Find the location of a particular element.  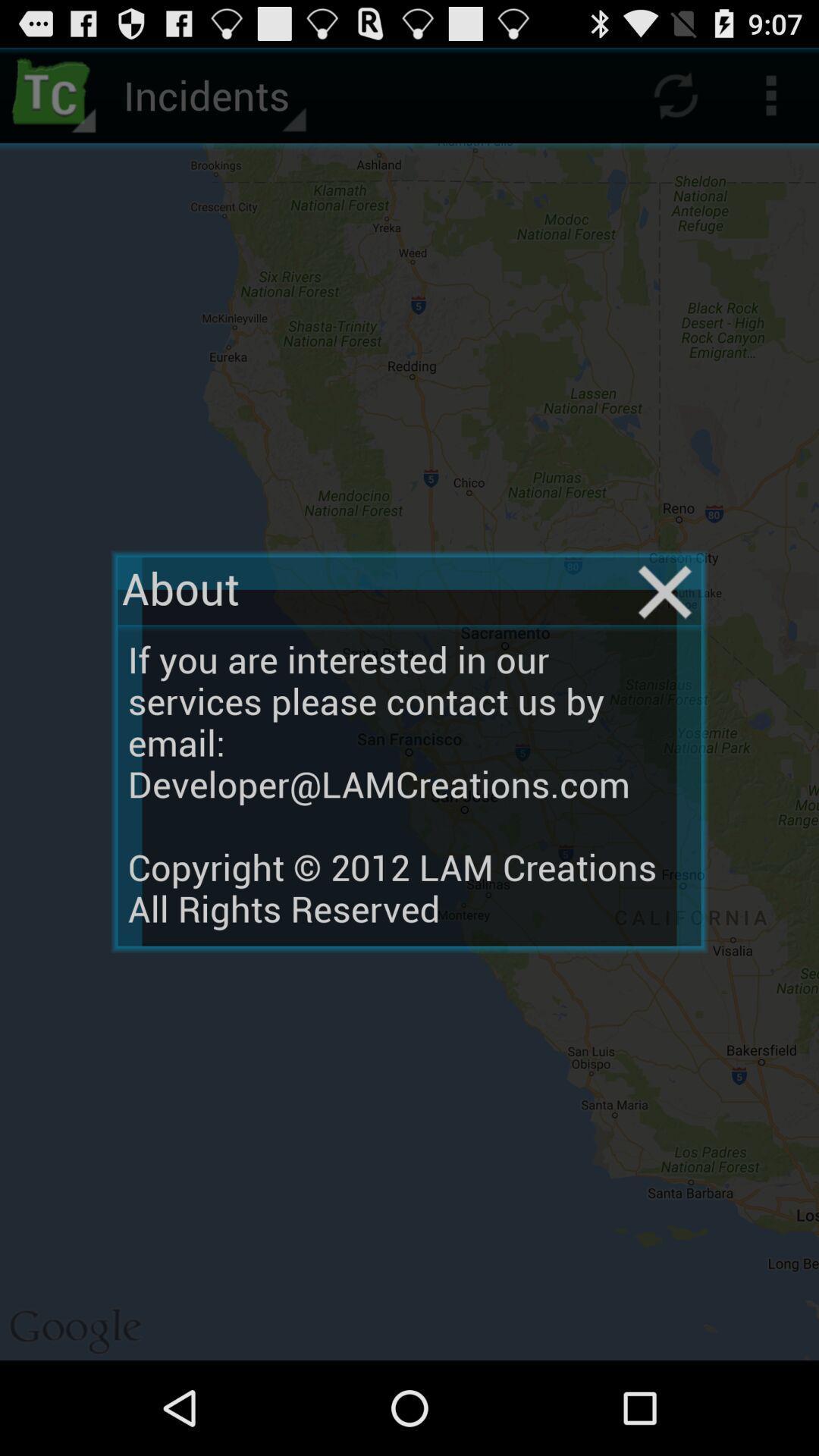

item to the right of the about item is located at coordinates (664, 591).